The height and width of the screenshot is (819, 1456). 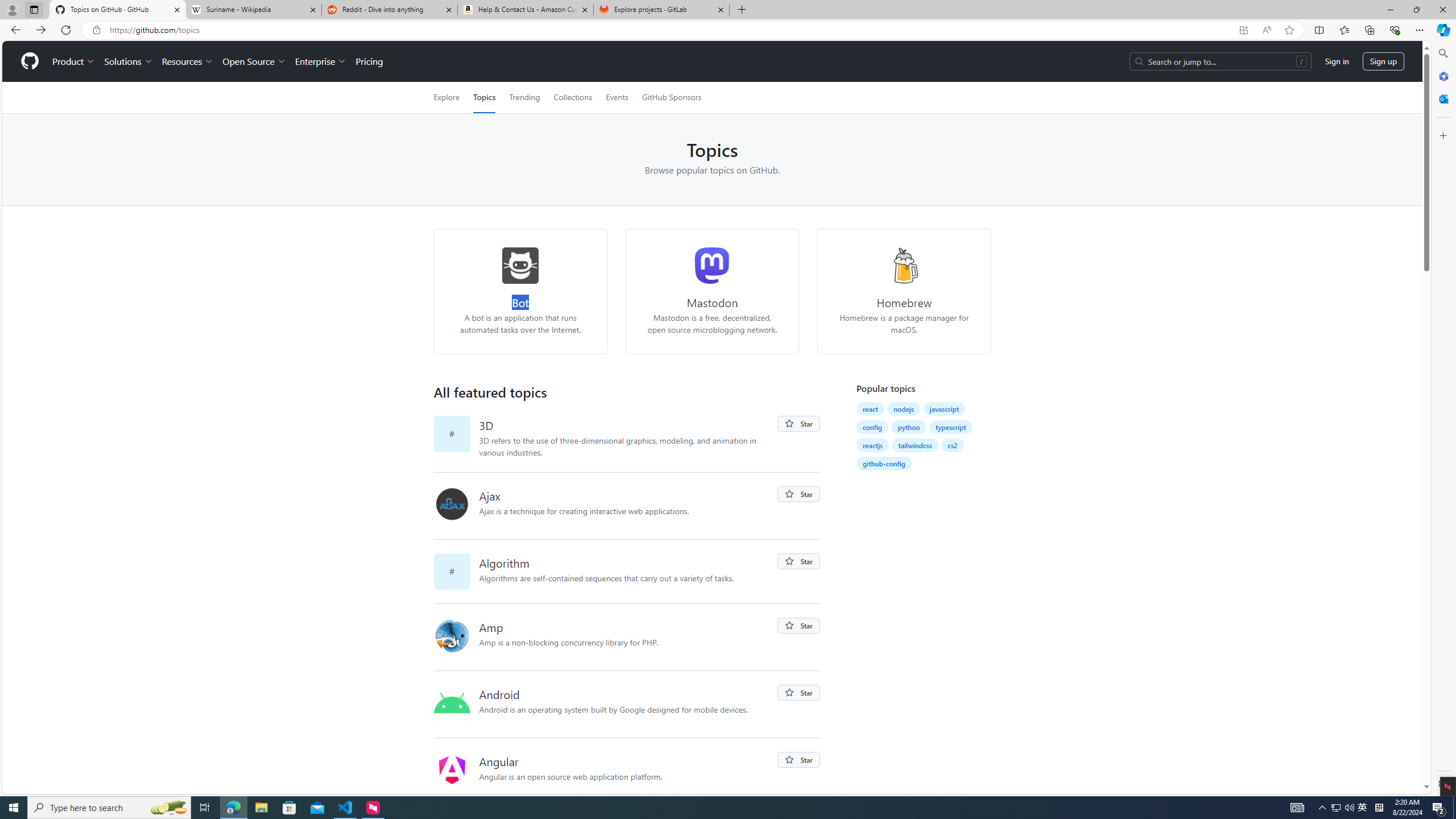 What do you see at coordinates (872, 427) in the screenshot?
I see `'config'` at bounding box center [872, 427].